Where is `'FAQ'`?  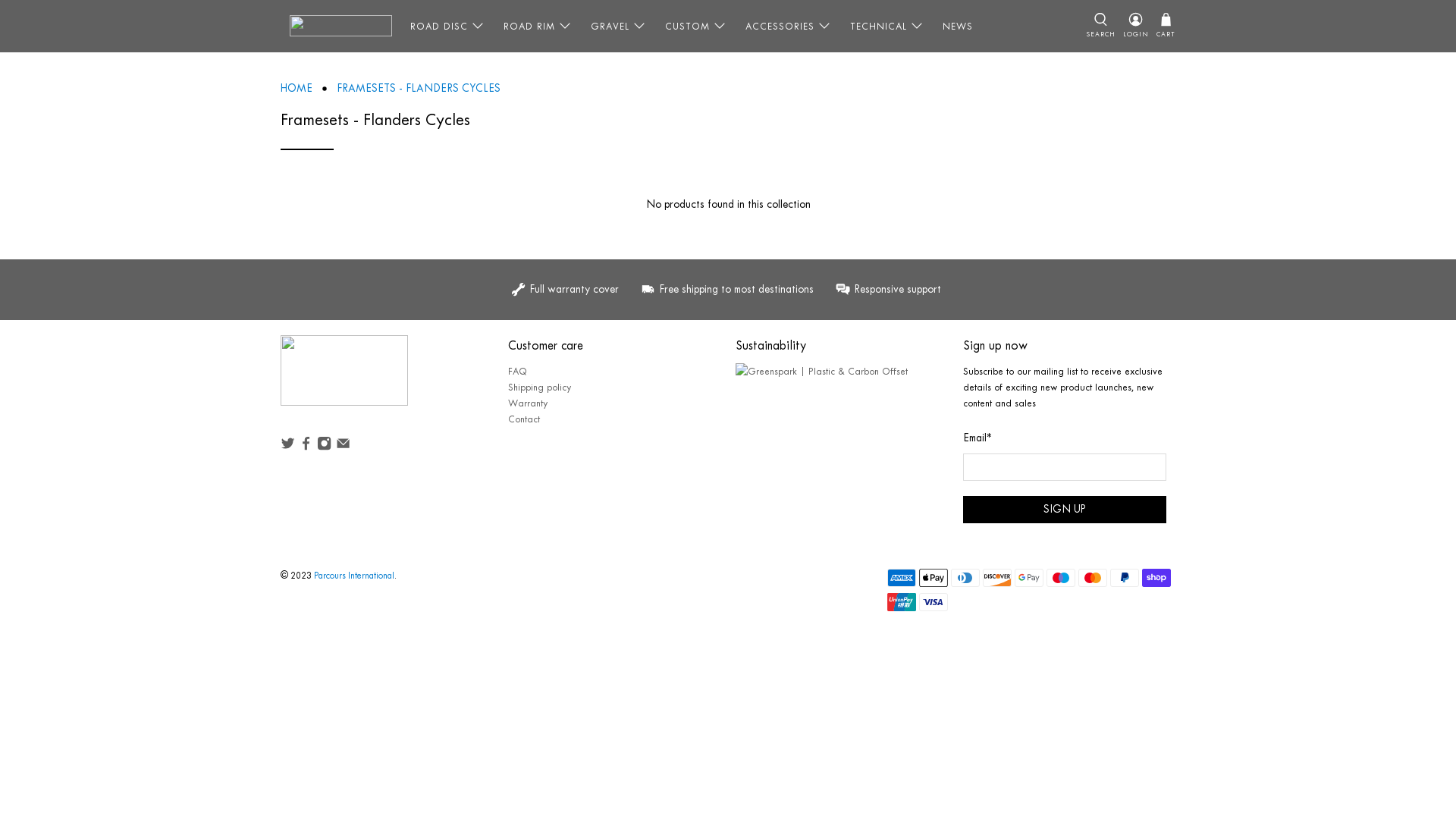 'FAQ' is located at coordinates (517, 371).